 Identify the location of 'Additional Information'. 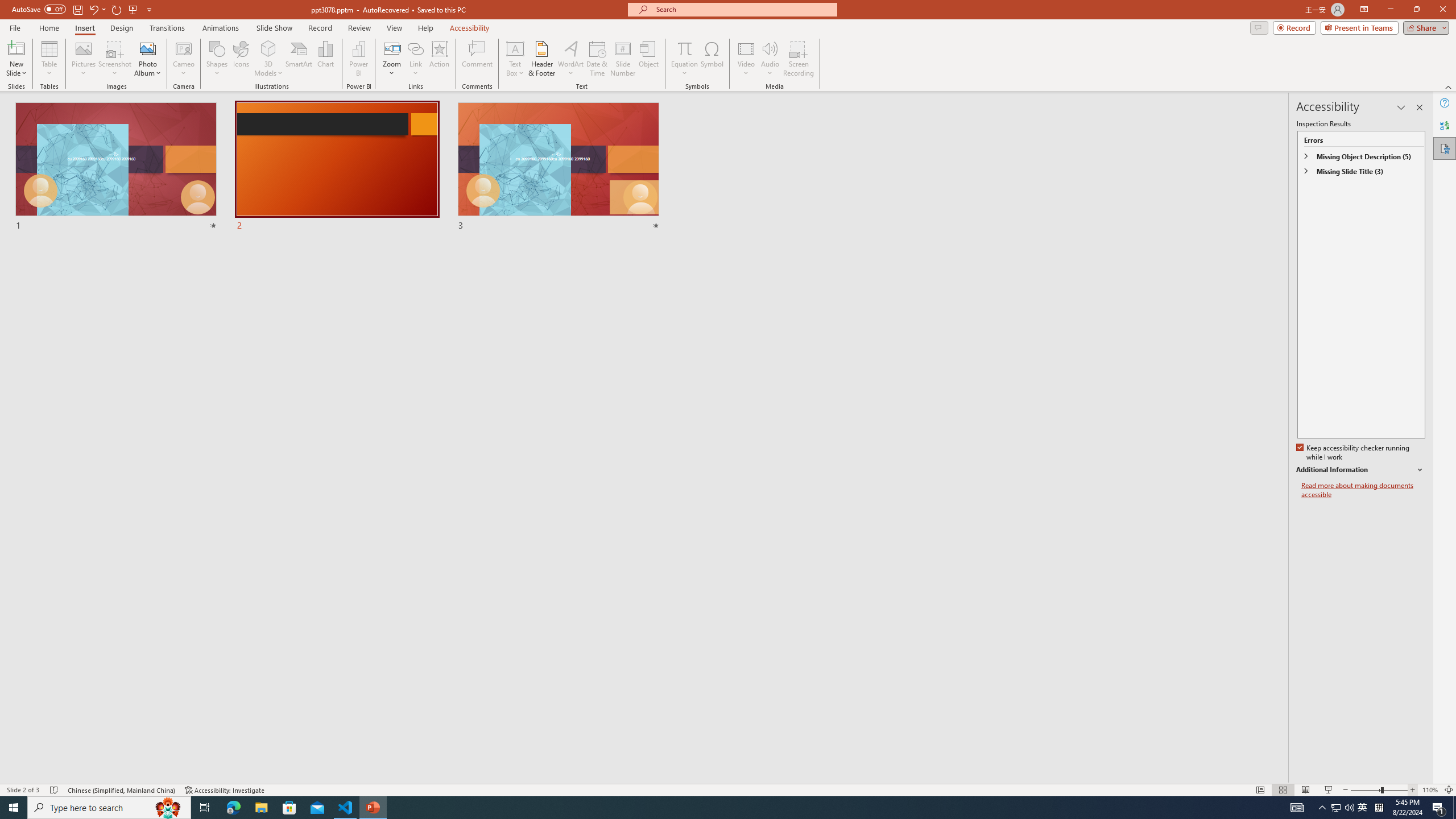
(1360, 470).